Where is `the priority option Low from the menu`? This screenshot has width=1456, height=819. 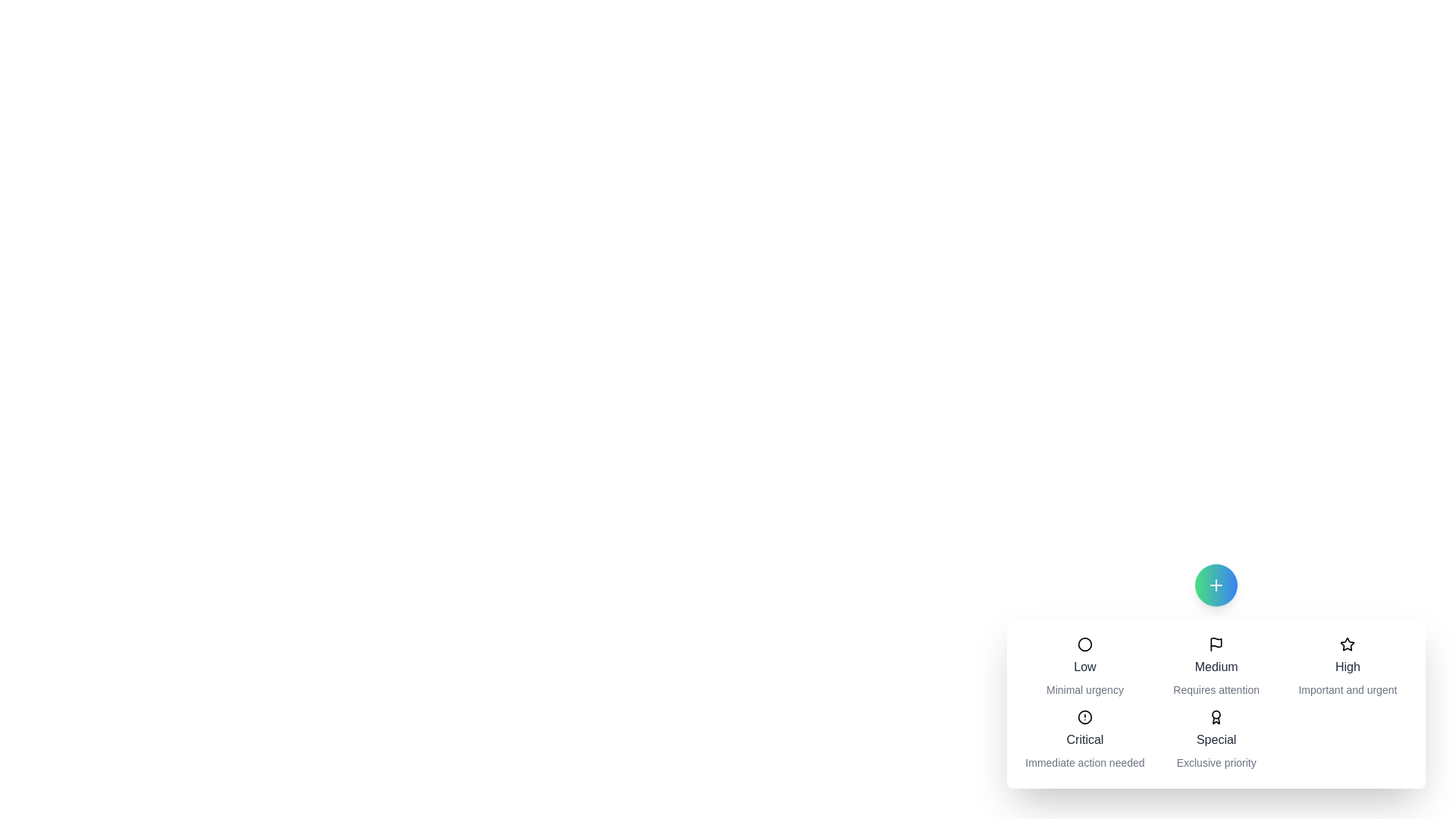
the priority option Low from the menu is located at coordinates (1084, 666).